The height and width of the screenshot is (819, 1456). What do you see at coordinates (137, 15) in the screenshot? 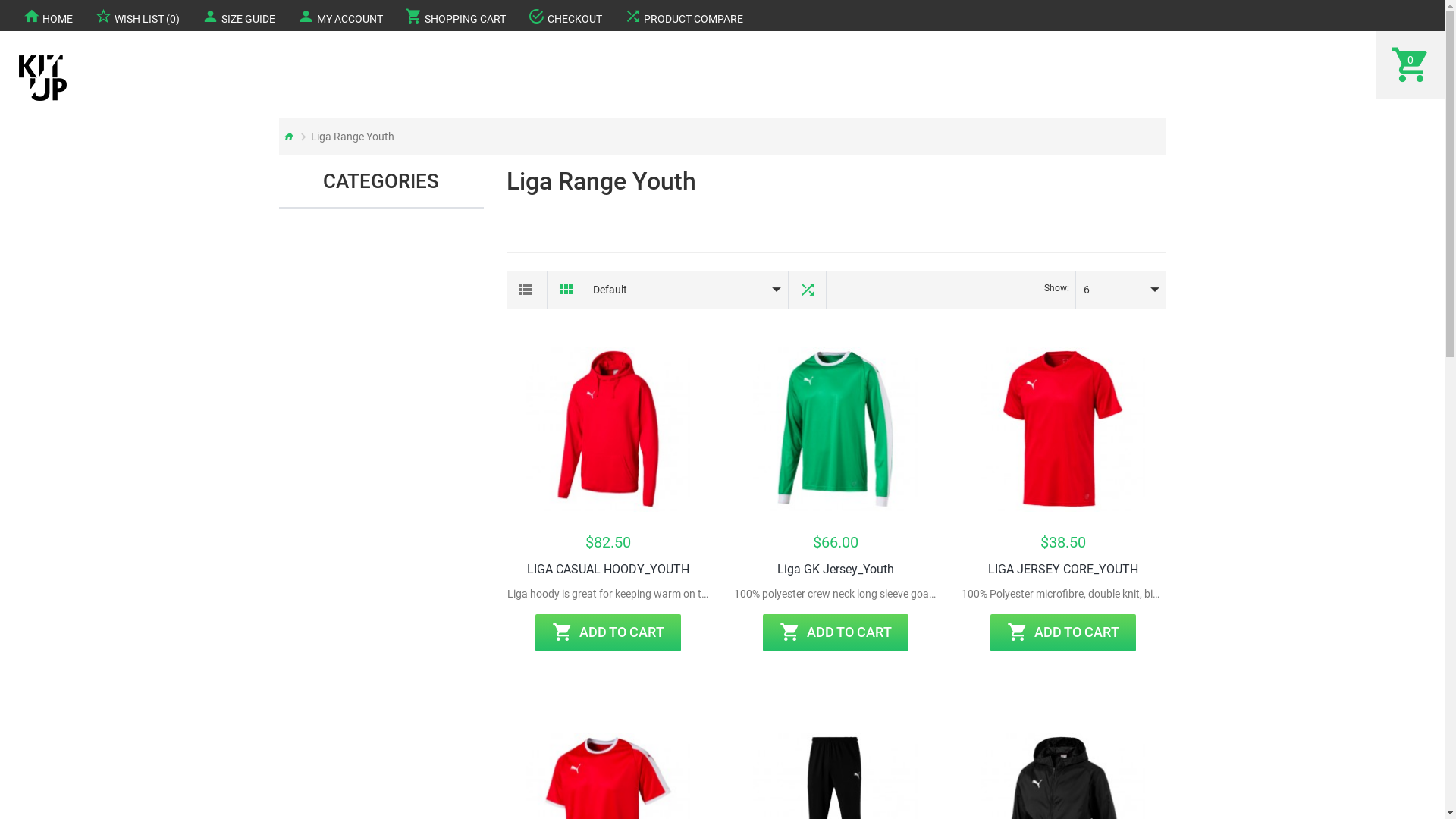
I see `'WISH LIST (0)'` at bounding box center [137, 15].